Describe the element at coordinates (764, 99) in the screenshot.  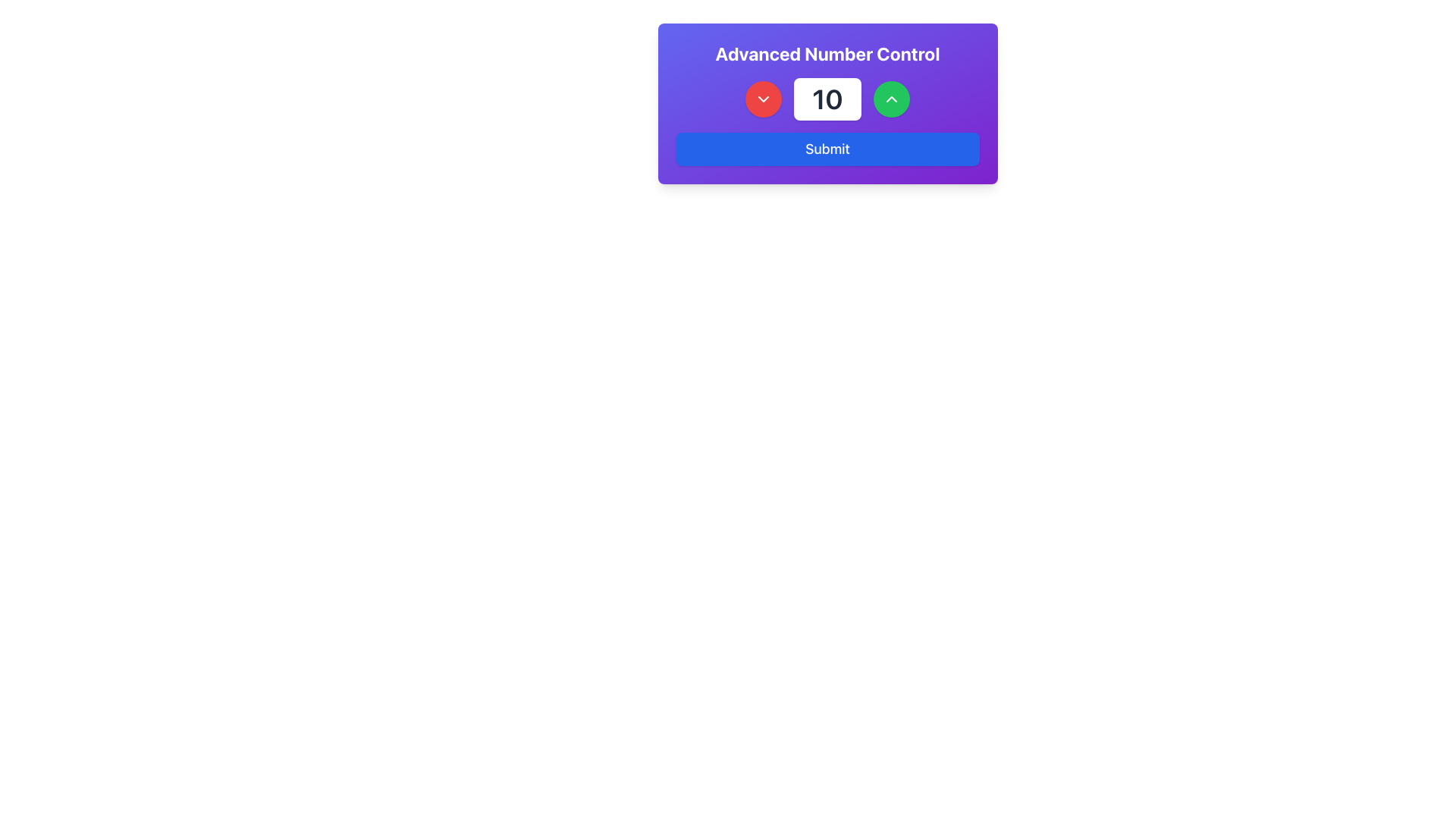
I see `the circular red button with a downward-facing arrow icon` at that location.